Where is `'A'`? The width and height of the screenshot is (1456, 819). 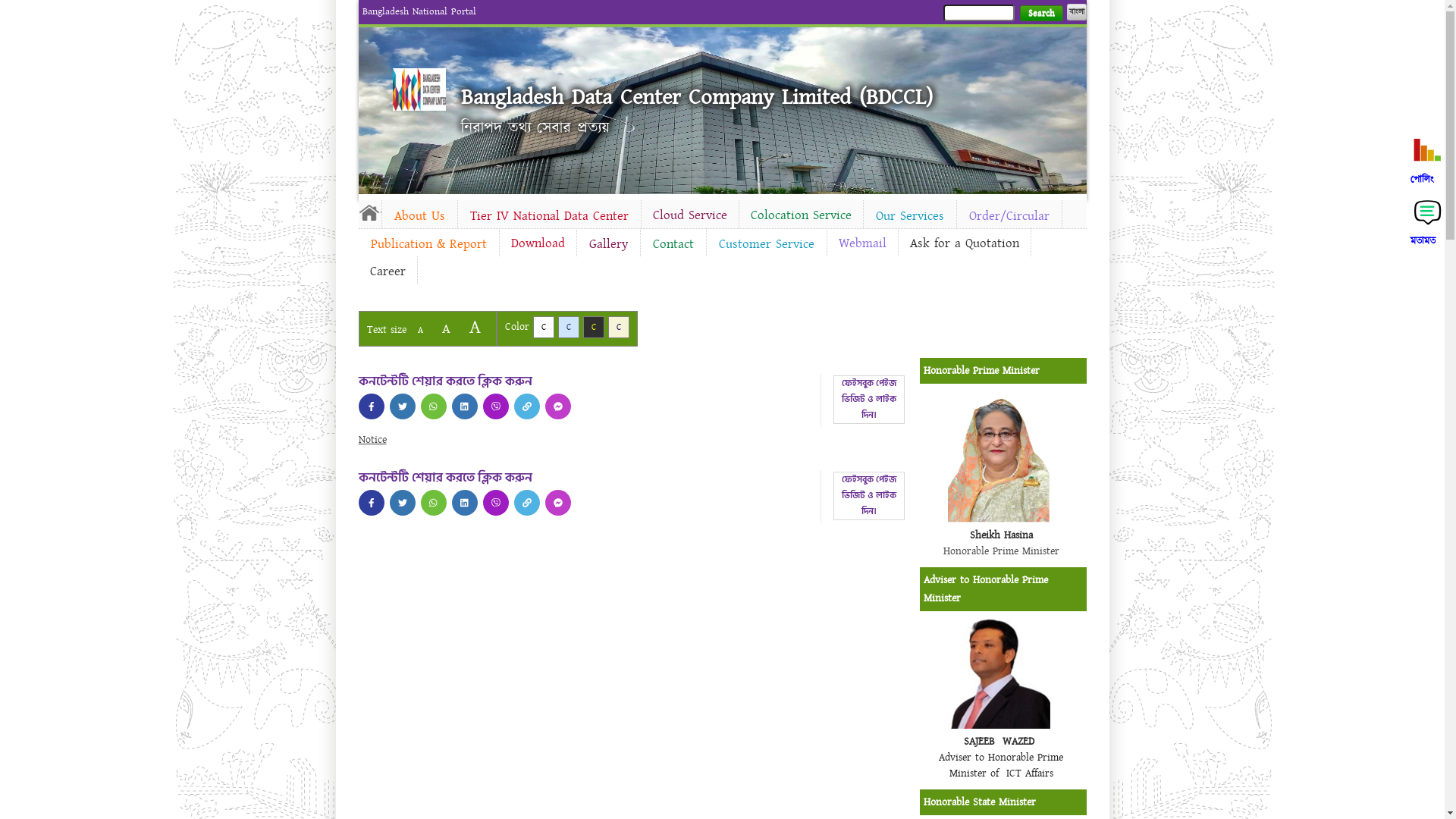
'A' is located at coordinates (473, 326).